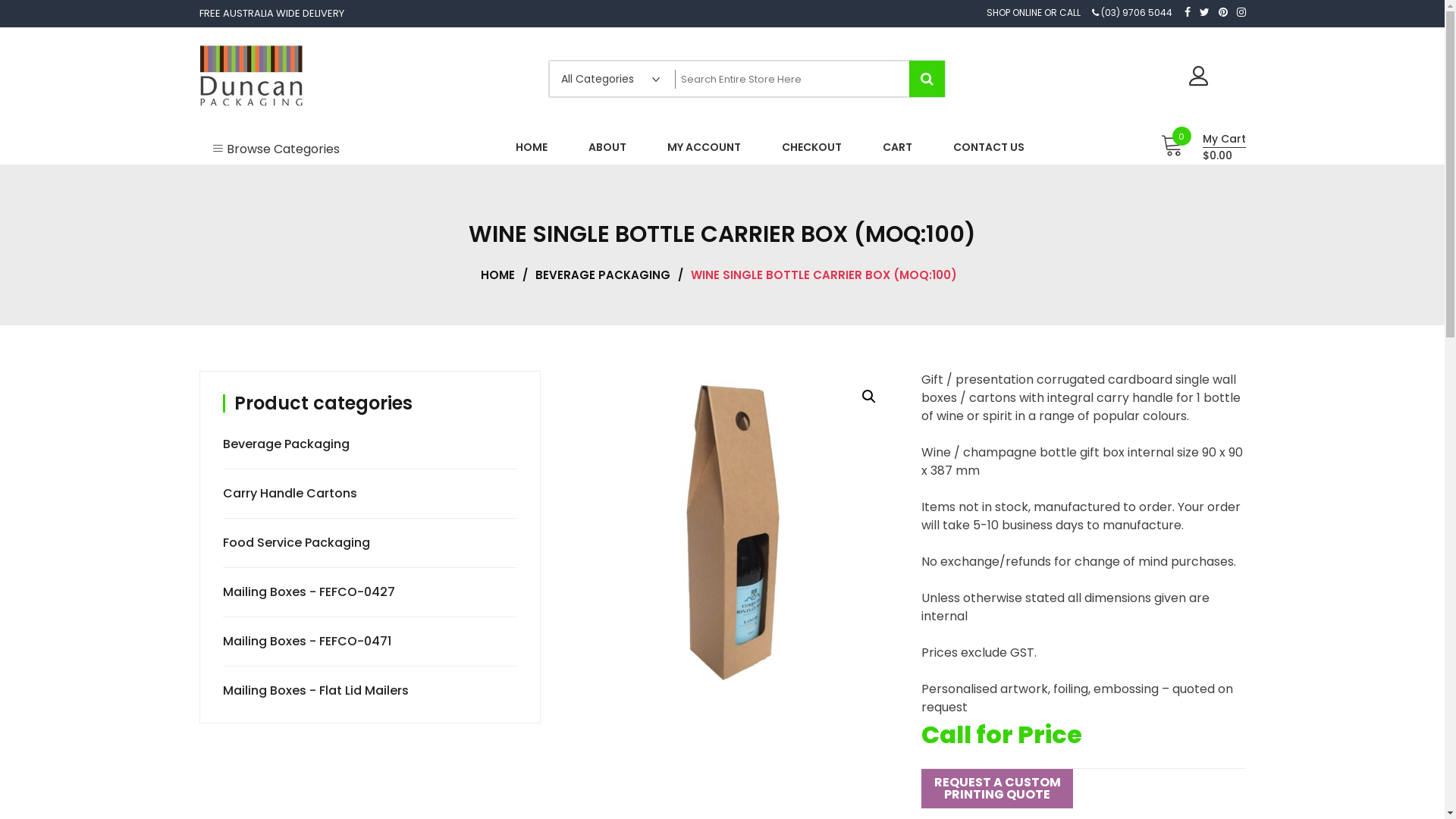 Image resolution: width=1456 pixels, height=819 pixels. Describe the element at coordinates (287, 444) in the screenshot. I see `'Beverage Packaging'` at that location.